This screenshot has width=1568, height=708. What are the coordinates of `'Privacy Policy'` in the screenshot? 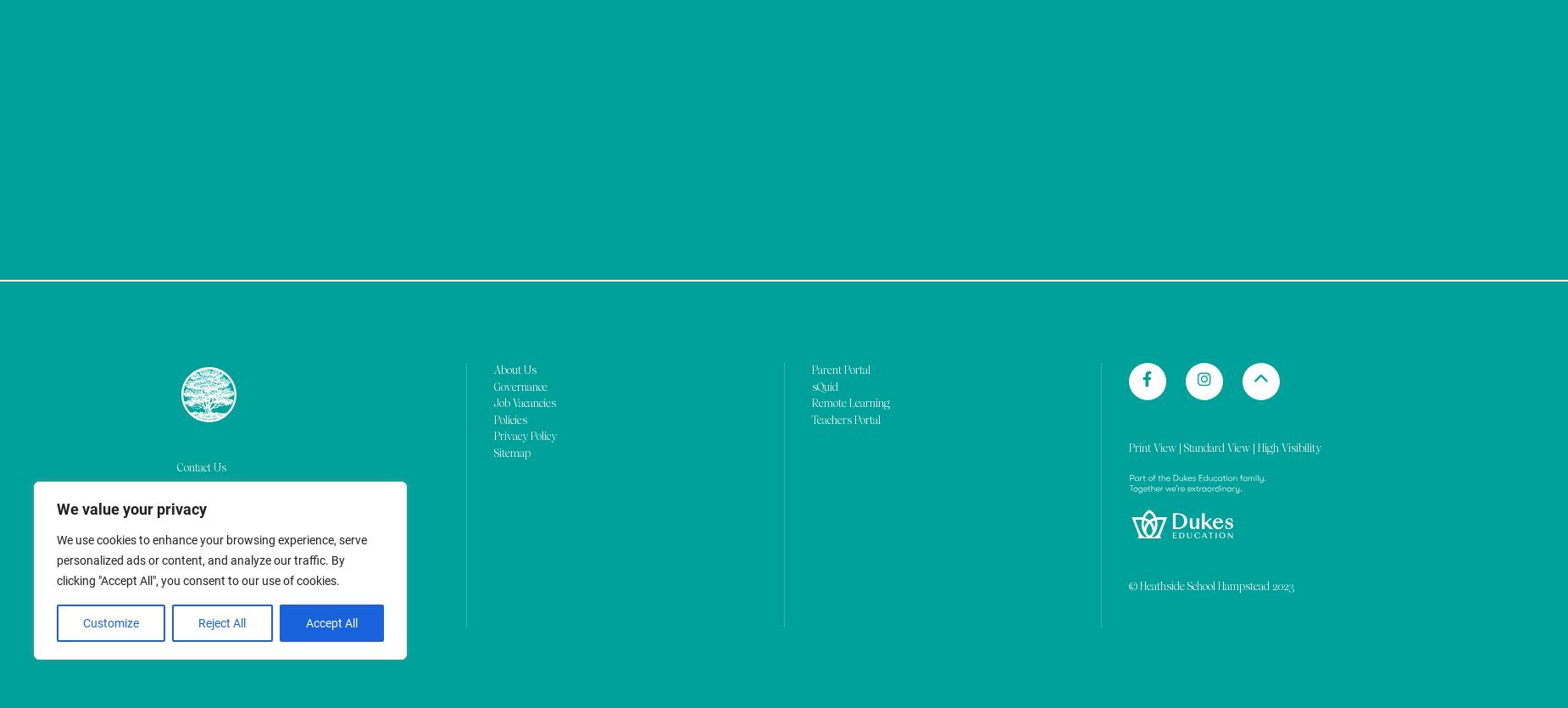 It's located at (525, 23).